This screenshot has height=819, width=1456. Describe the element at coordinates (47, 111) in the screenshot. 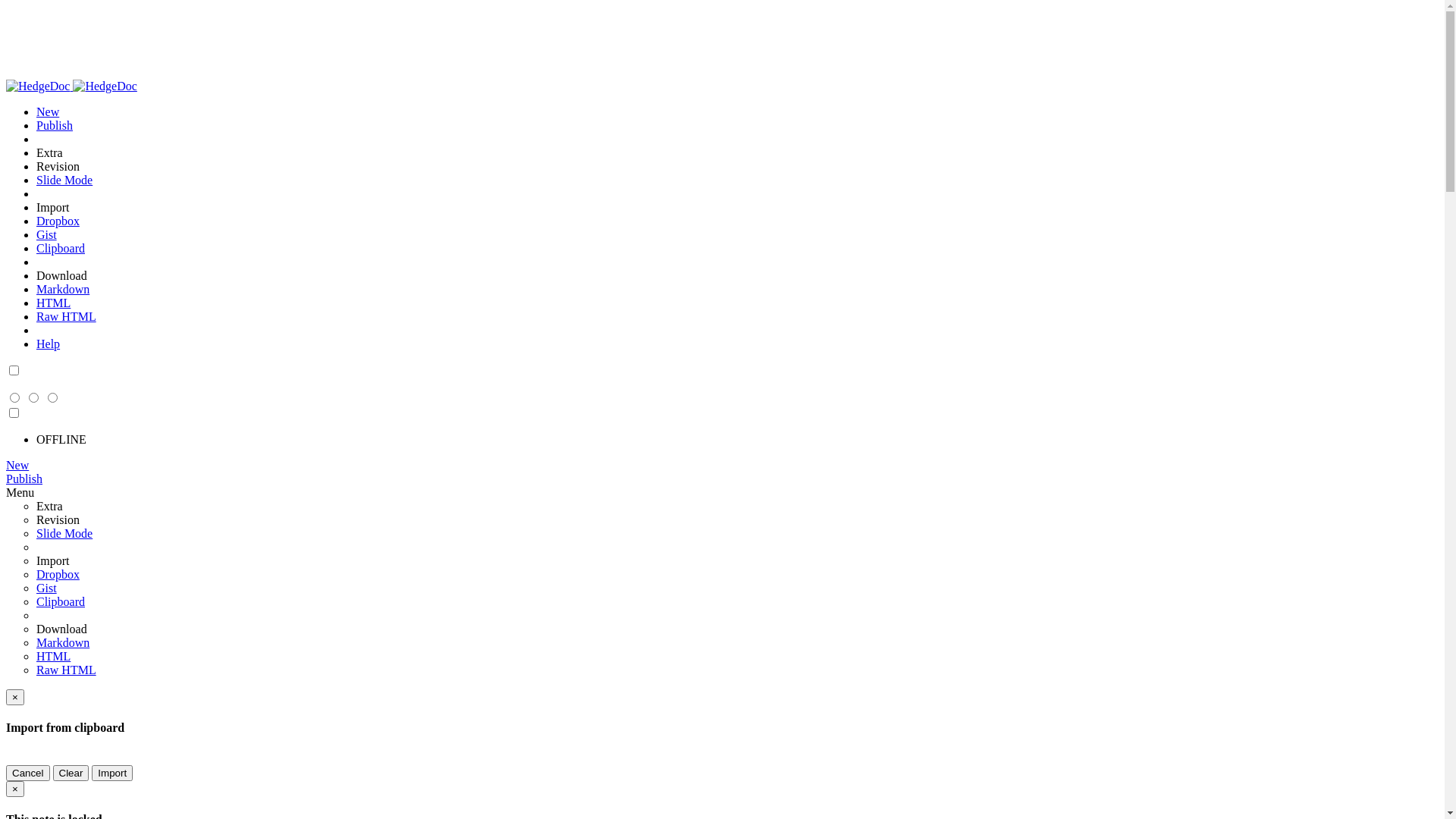

I see `'New'` at that location.